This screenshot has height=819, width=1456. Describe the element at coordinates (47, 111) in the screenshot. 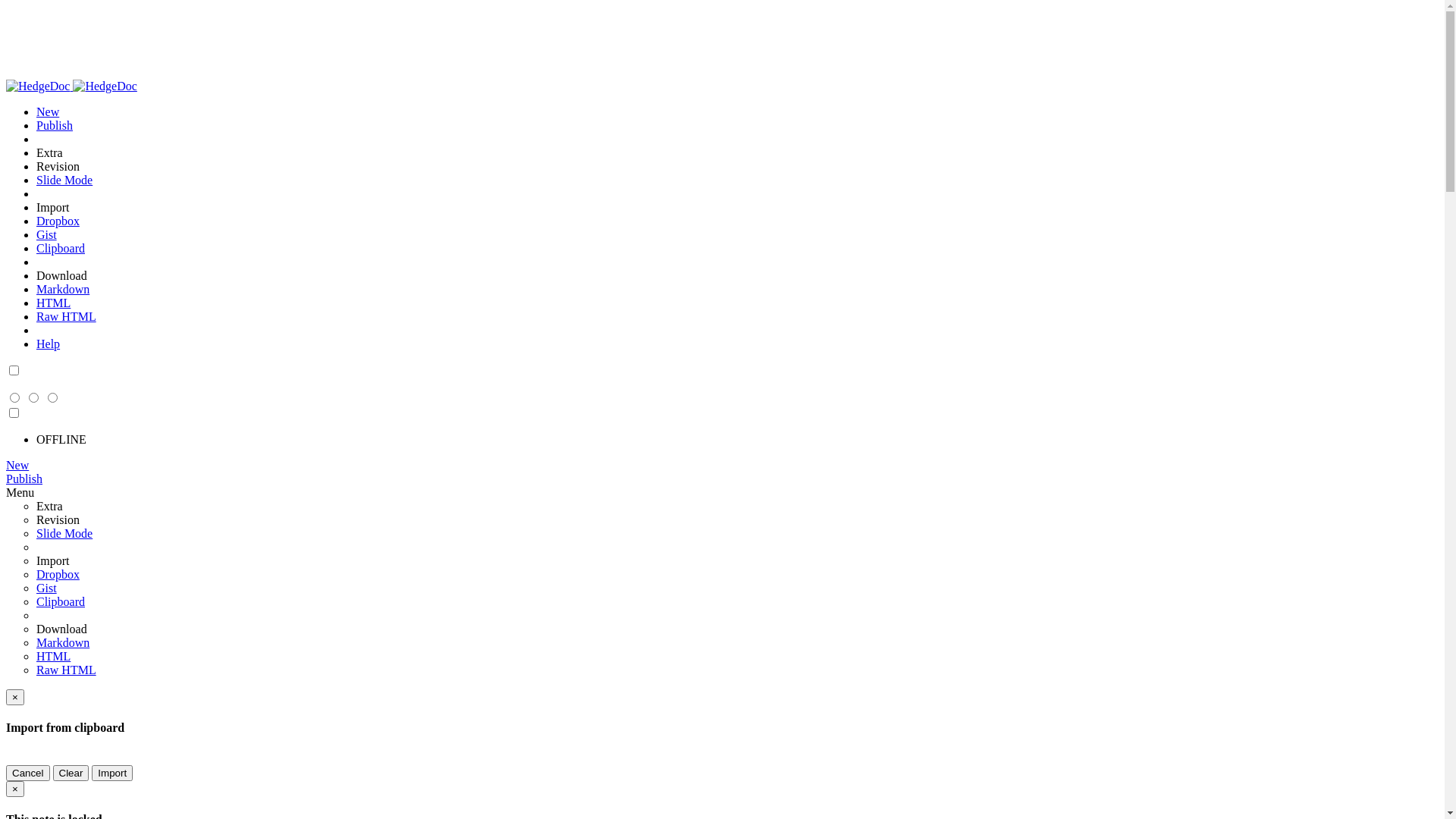

I see `'New'` at that location.